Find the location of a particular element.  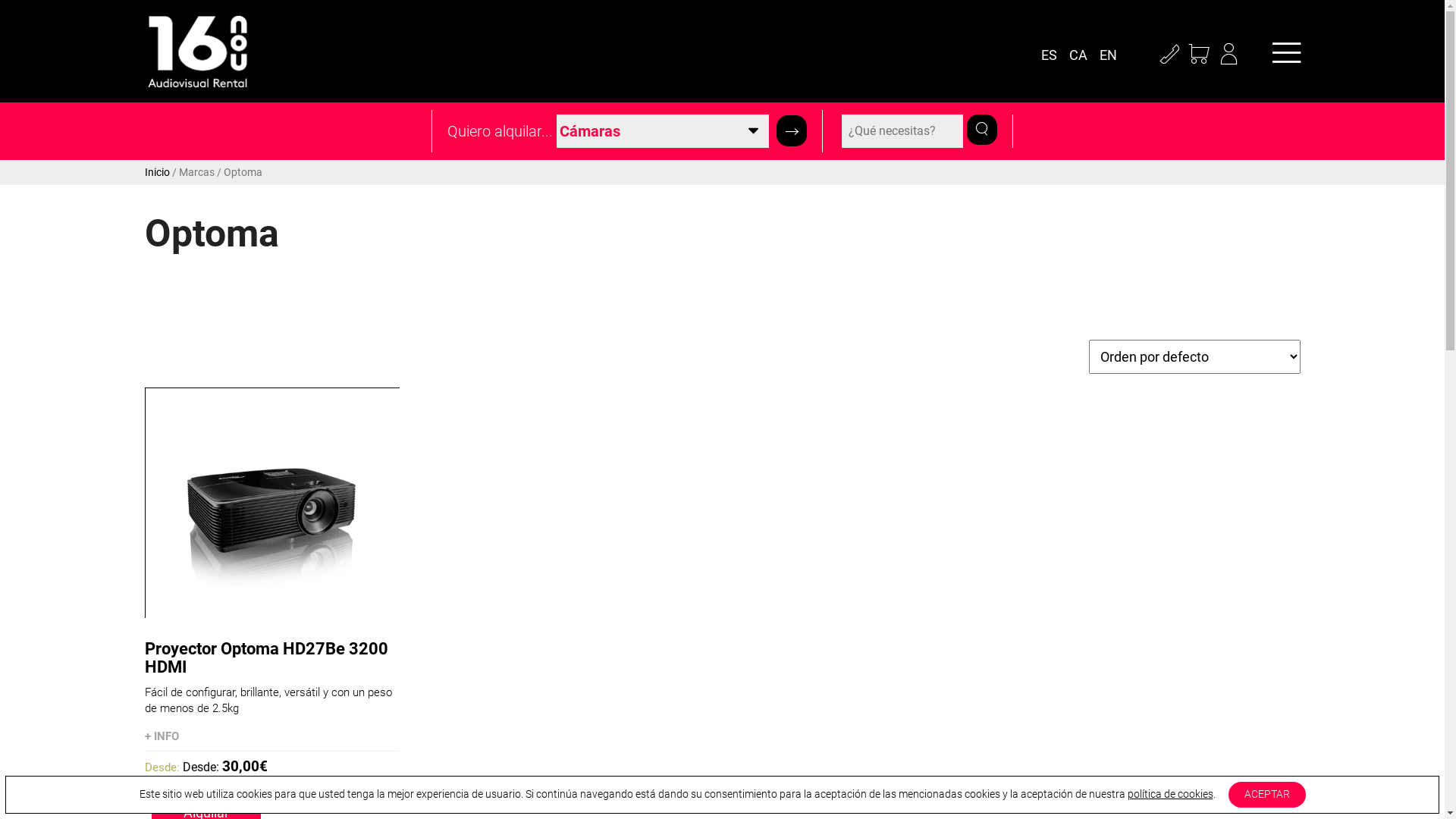

'EN' is located at coordinates (1111, 55).